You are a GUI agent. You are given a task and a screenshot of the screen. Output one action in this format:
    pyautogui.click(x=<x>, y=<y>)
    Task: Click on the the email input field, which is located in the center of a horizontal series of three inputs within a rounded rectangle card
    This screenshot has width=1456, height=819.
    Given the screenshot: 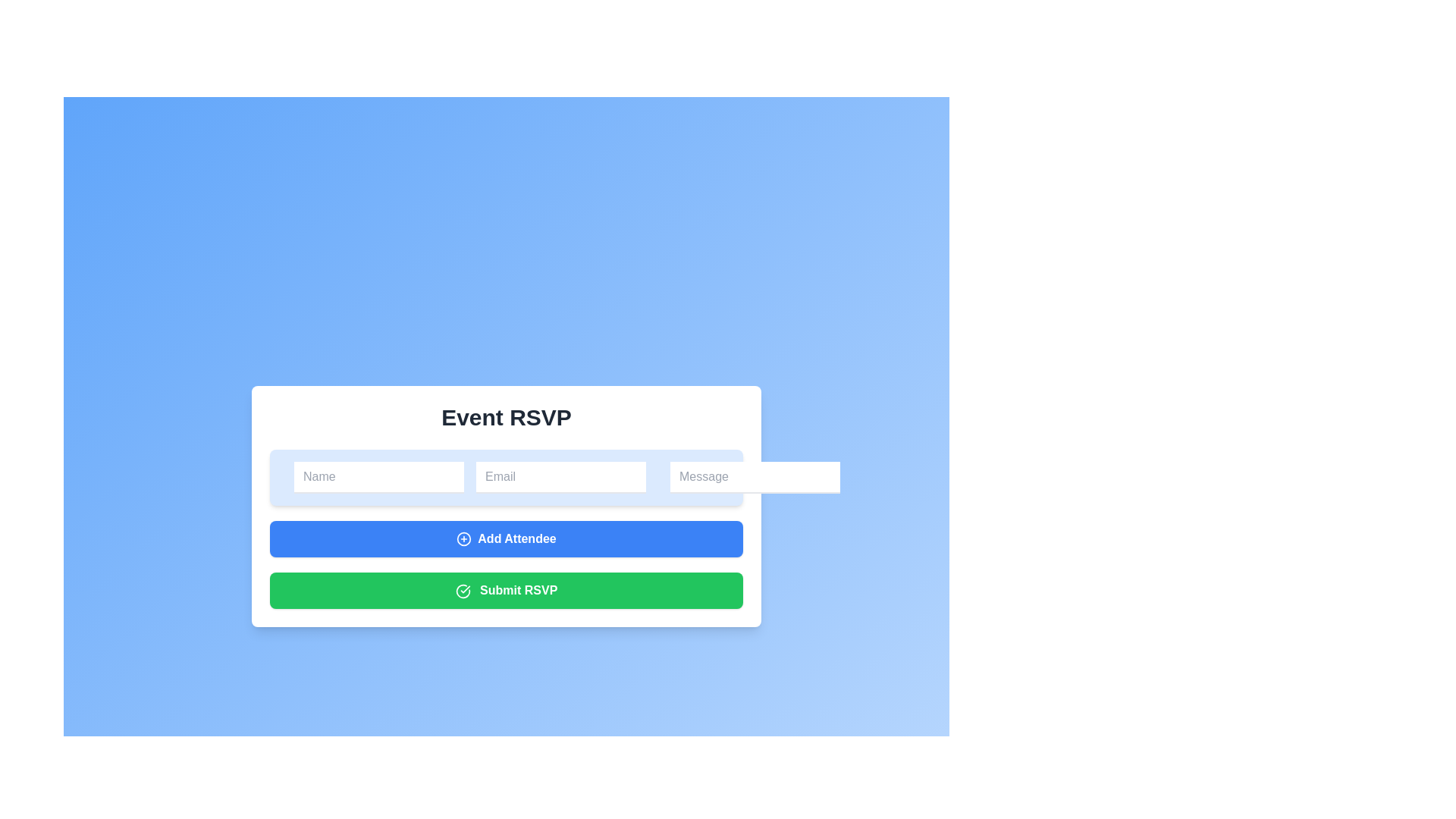 What is the action you would take?
    pyautogui.click(x=560, y=476)
    